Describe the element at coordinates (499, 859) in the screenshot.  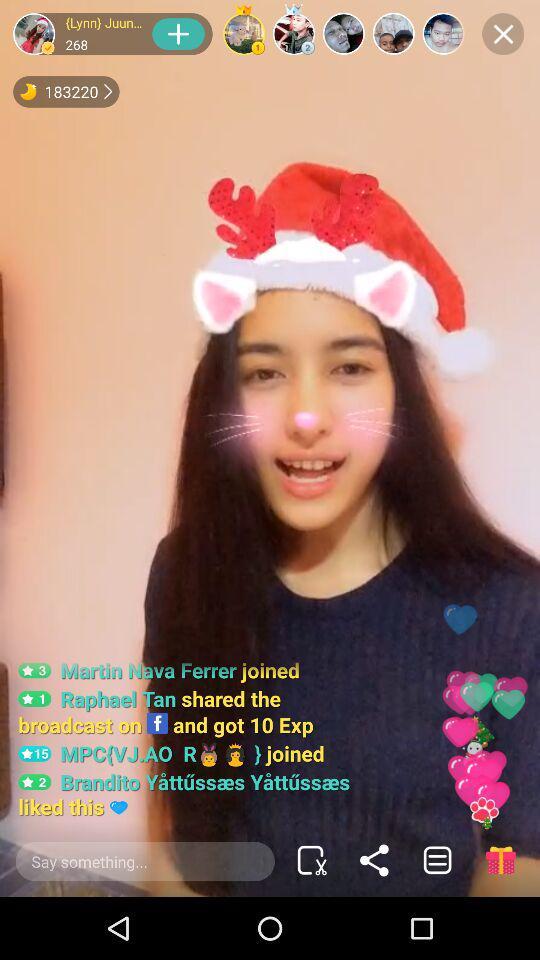
I see `the gift icon` at that location.